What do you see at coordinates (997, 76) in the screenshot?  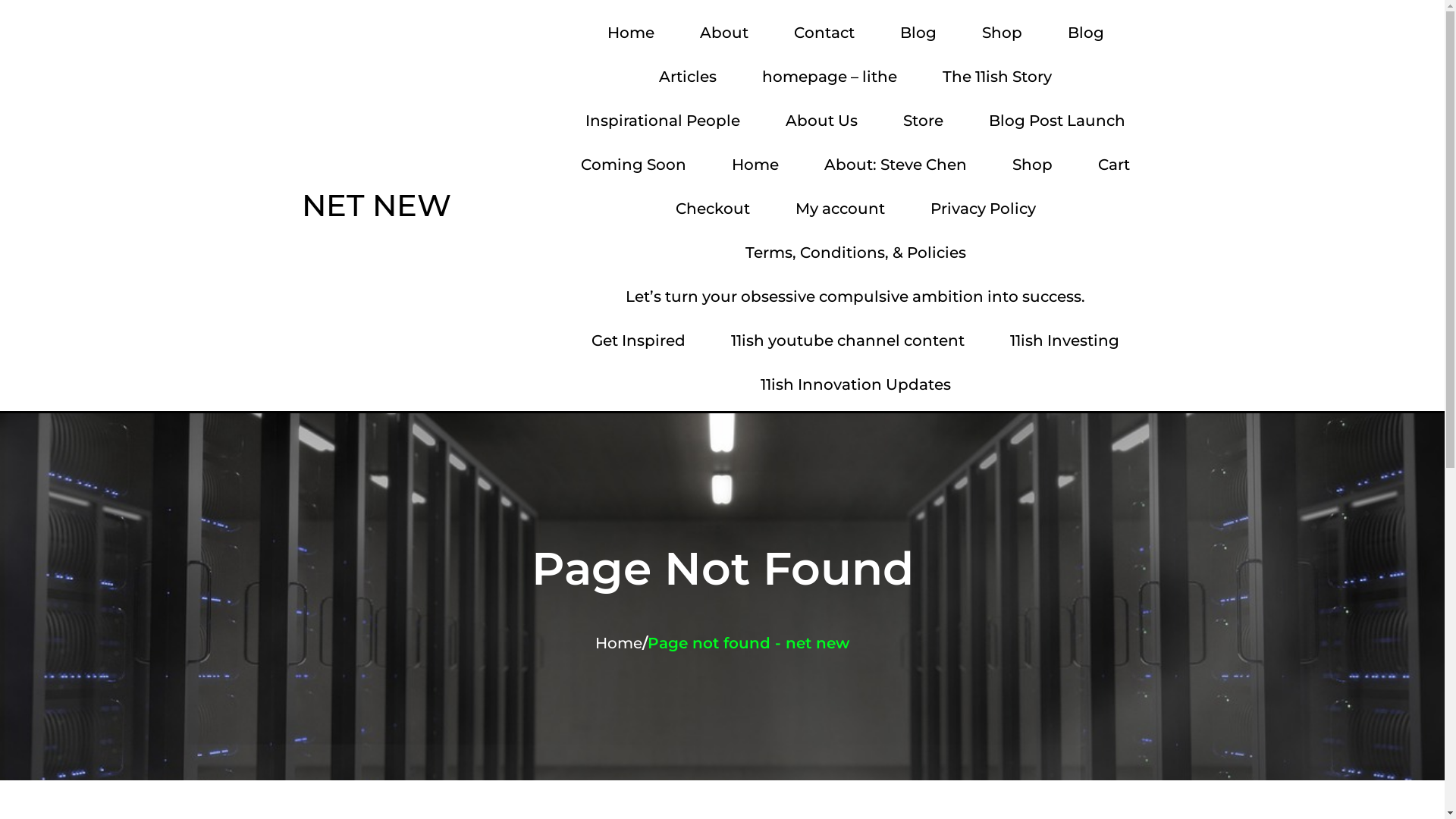 I see `'The 11ish Story'` at bounding box center [997, 76].